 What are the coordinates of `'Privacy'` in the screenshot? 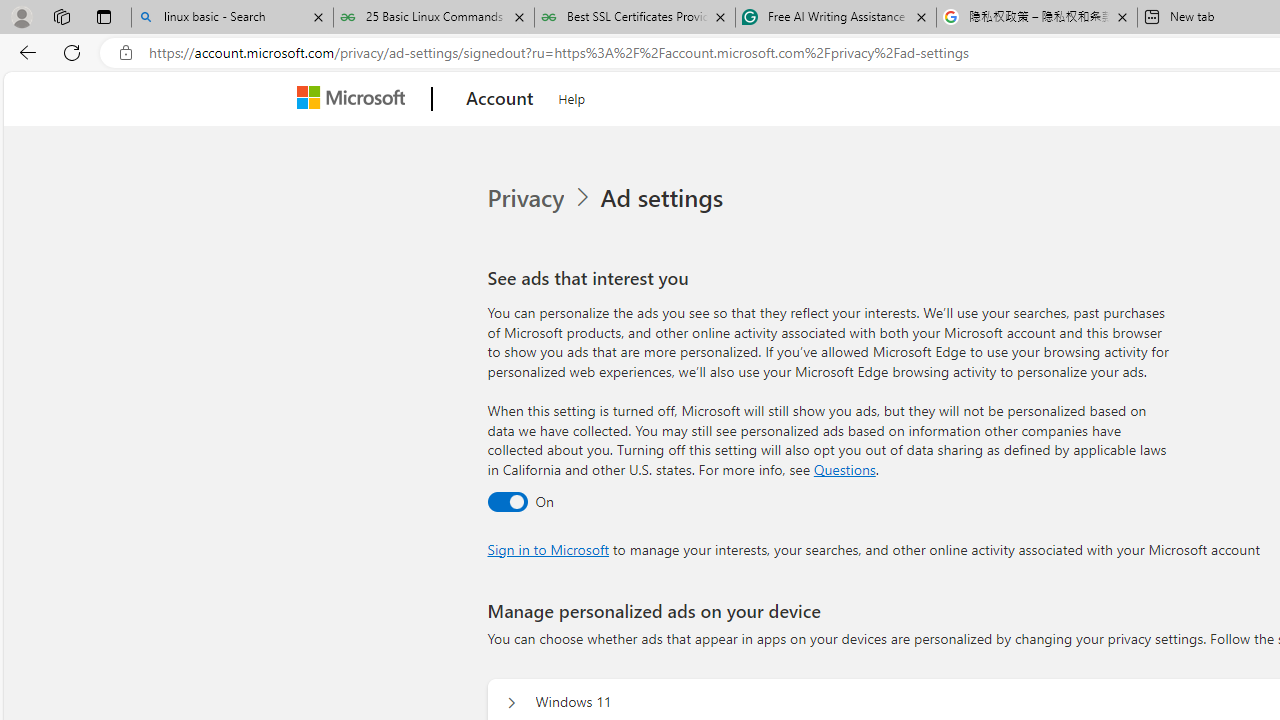 It's located at (541, 198).